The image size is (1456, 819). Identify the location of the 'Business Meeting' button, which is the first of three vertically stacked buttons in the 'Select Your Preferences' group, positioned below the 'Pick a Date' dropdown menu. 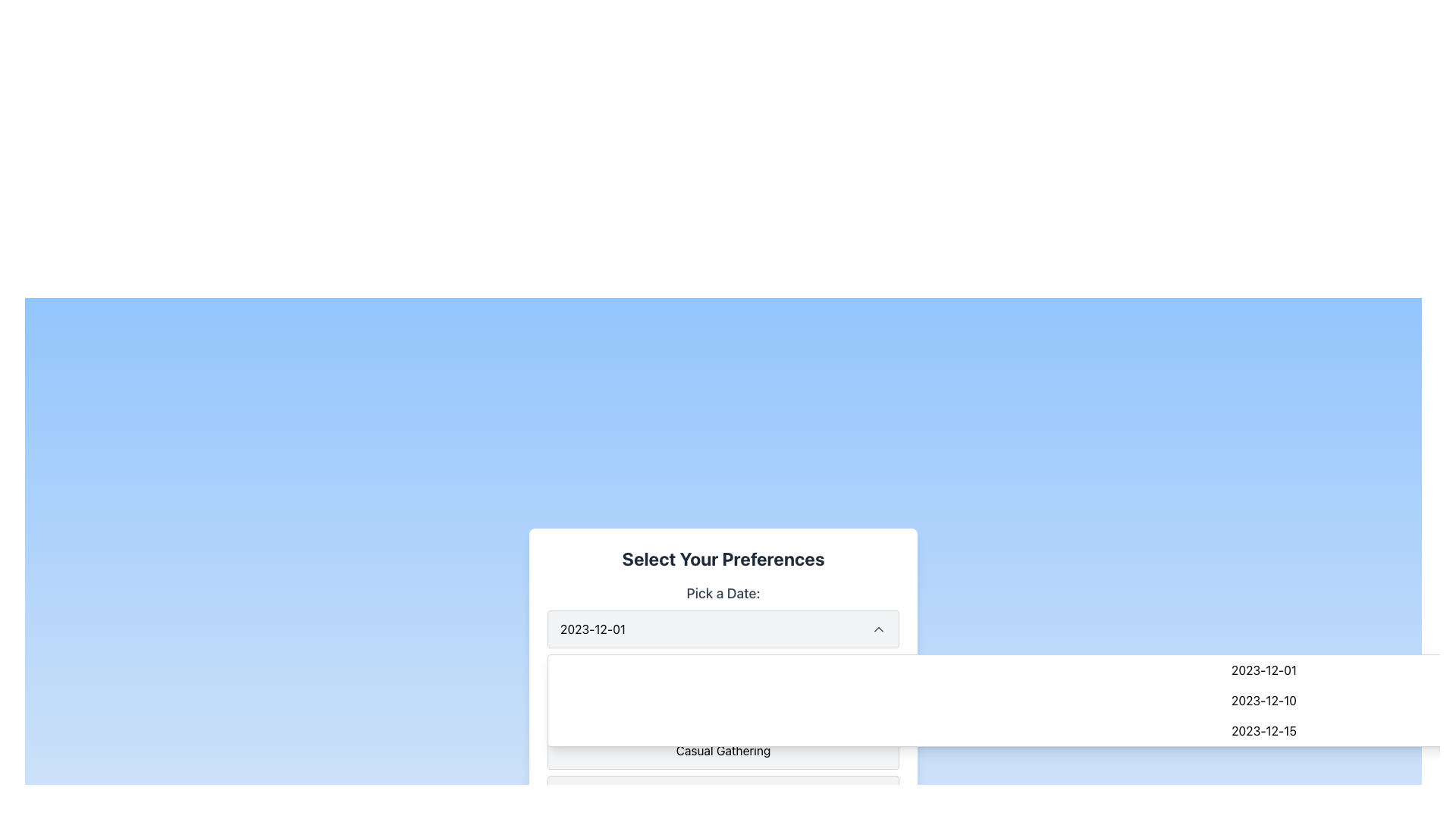
(723, 707).